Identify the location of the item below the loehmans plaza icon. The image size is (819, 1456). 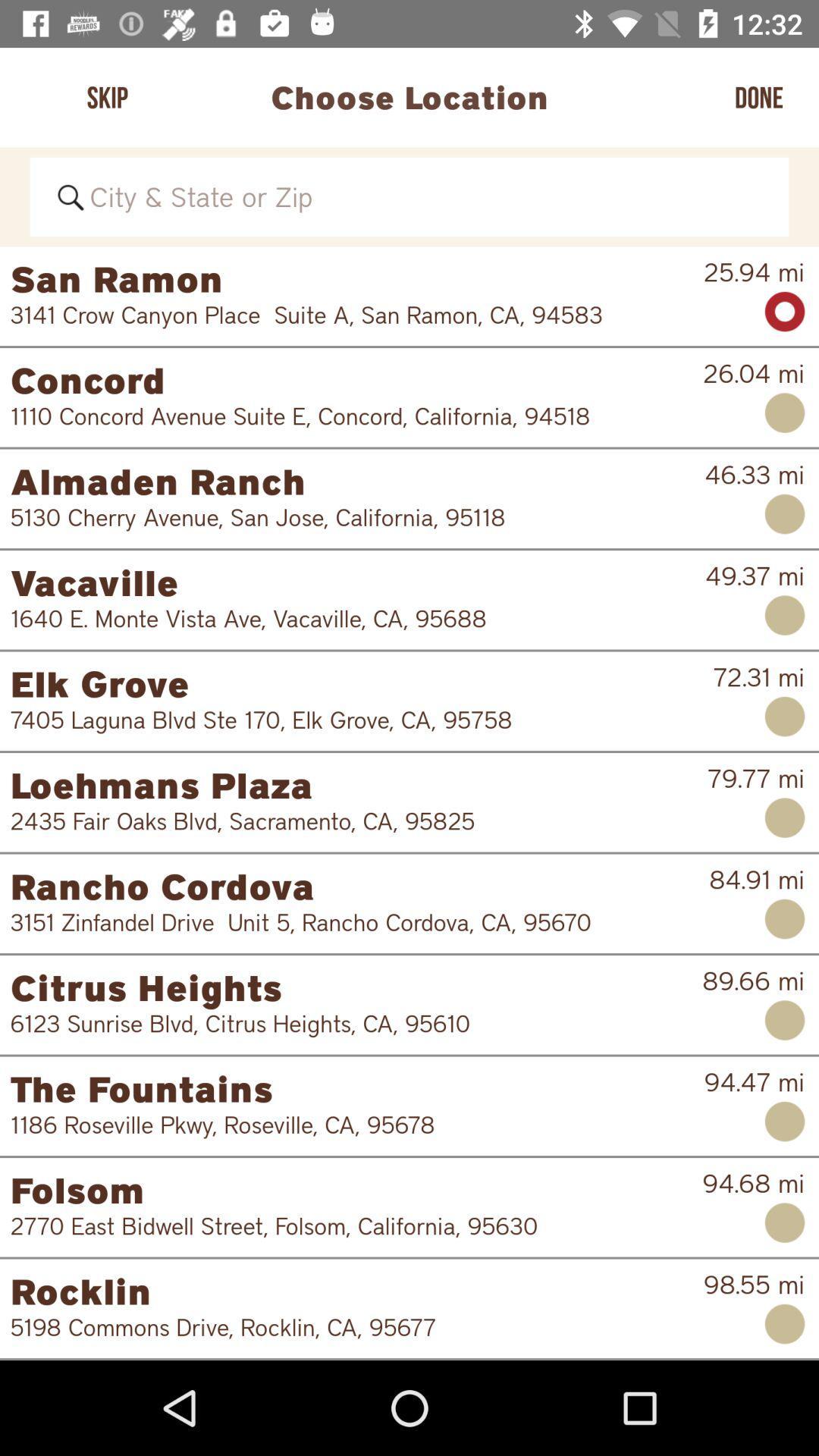
(349, 821).